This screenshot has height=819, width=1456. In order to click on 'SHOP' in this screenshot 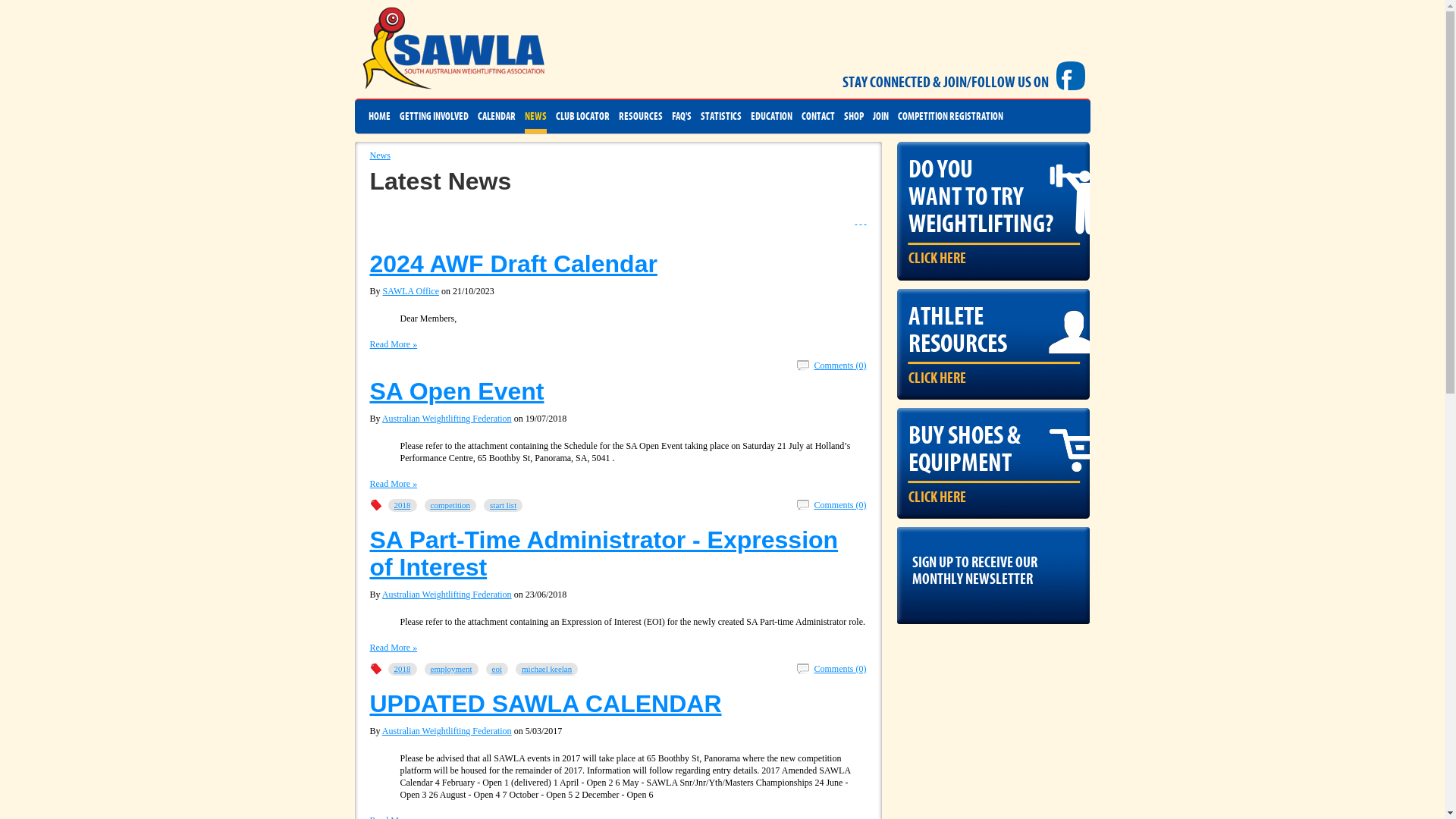, I will do `click(852, 116)`.